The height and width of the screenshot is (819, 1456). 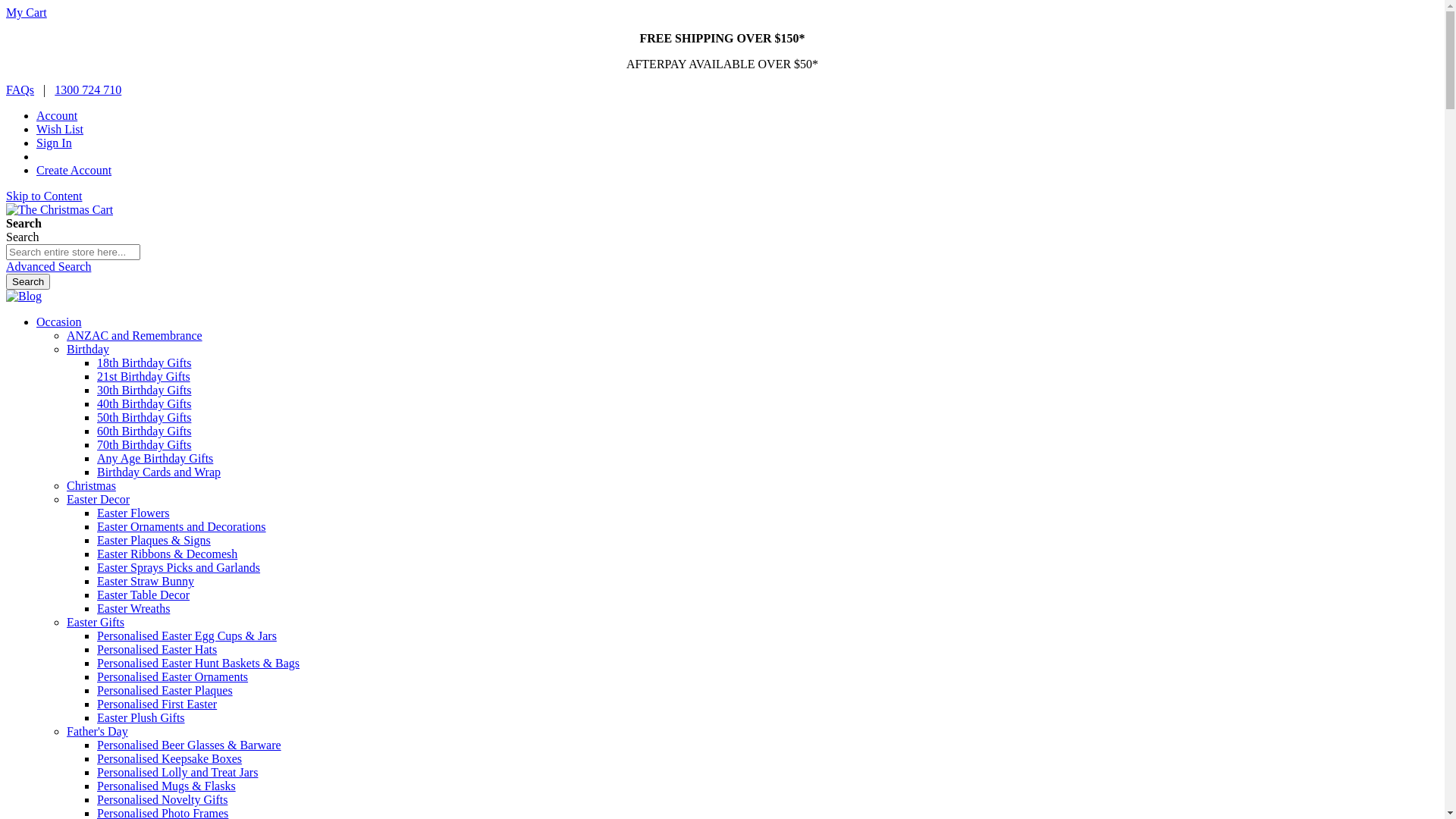 What do you see at coordinates (96, 690) in the screenshot?
I see `'Personalised Easter Plaques'` at bounding box center [96, 690].